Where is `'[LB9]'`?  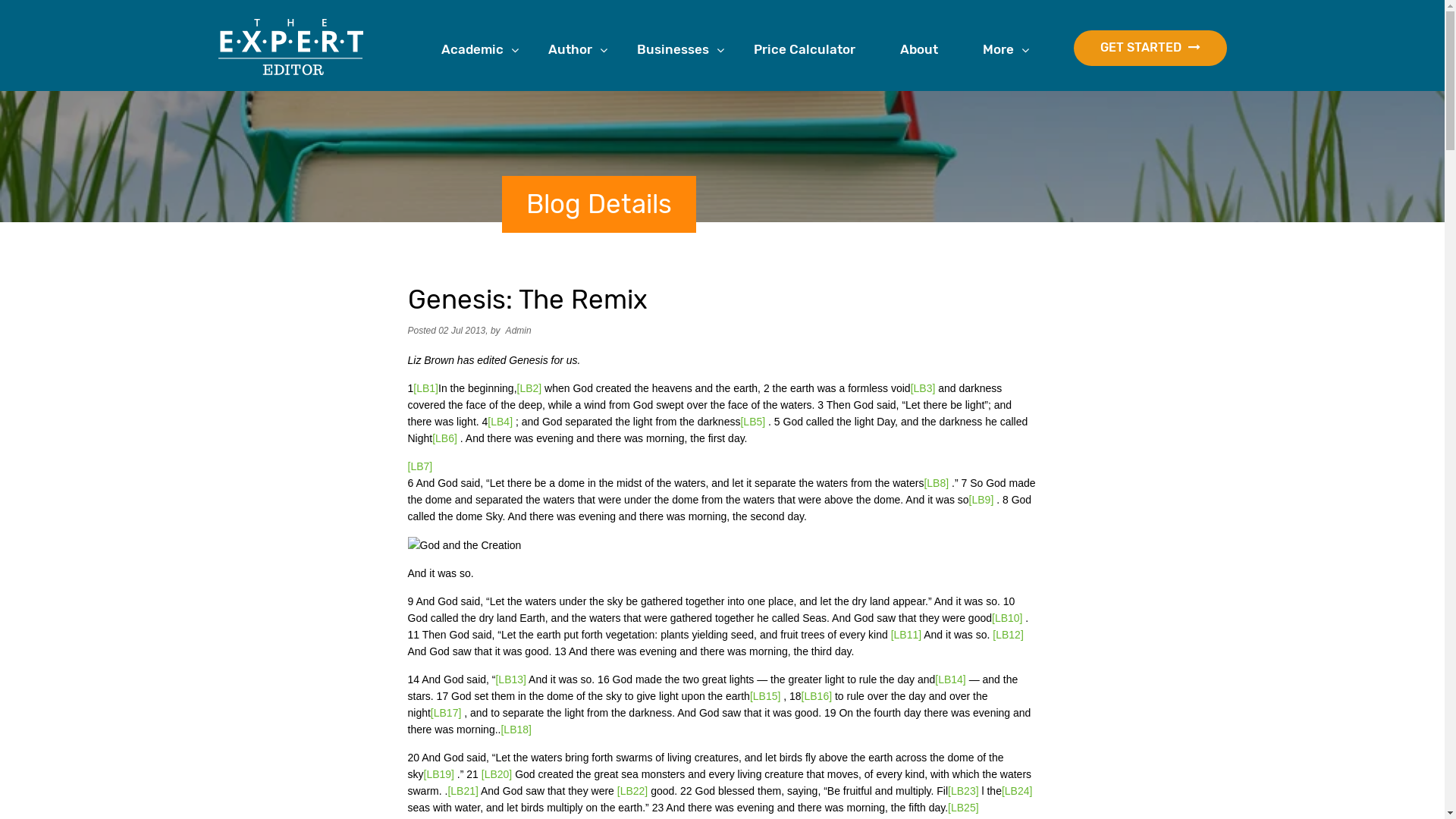
'[LB9]' is located at coordinates (981, 500).